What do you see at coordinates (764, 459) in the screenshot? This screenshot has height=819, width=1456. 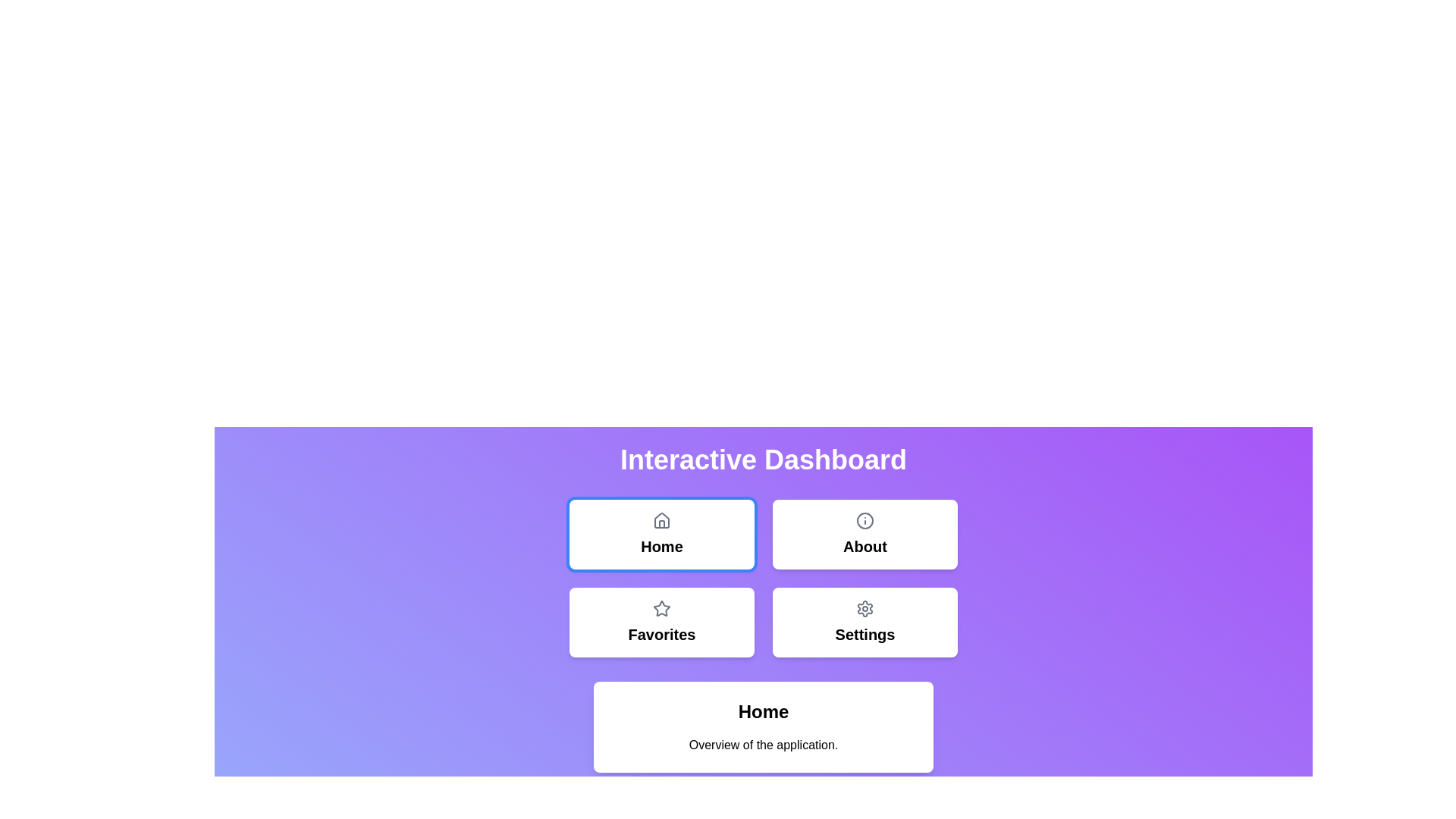 I see `the title text 'Interactive Dashboard'` at bounding box center [764, 459].